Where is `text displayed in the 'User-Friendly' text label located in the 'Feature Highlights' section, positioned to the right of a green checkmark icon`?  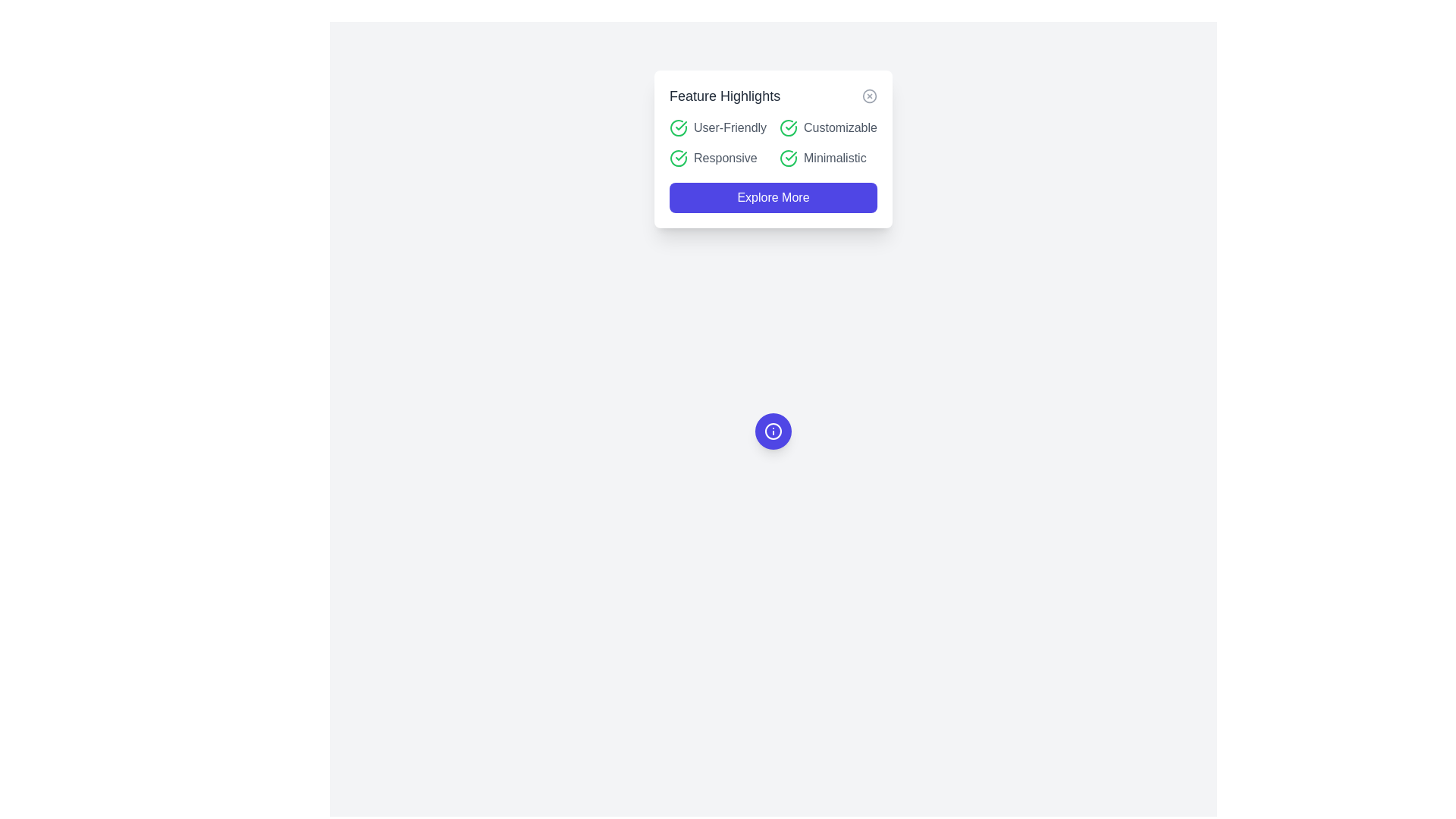
text displayed in the 'User-Friendly' text label located in the 'Feature Highlights' section, positioned to the right of a green checkmark icon is located at coordinates (730, 127).